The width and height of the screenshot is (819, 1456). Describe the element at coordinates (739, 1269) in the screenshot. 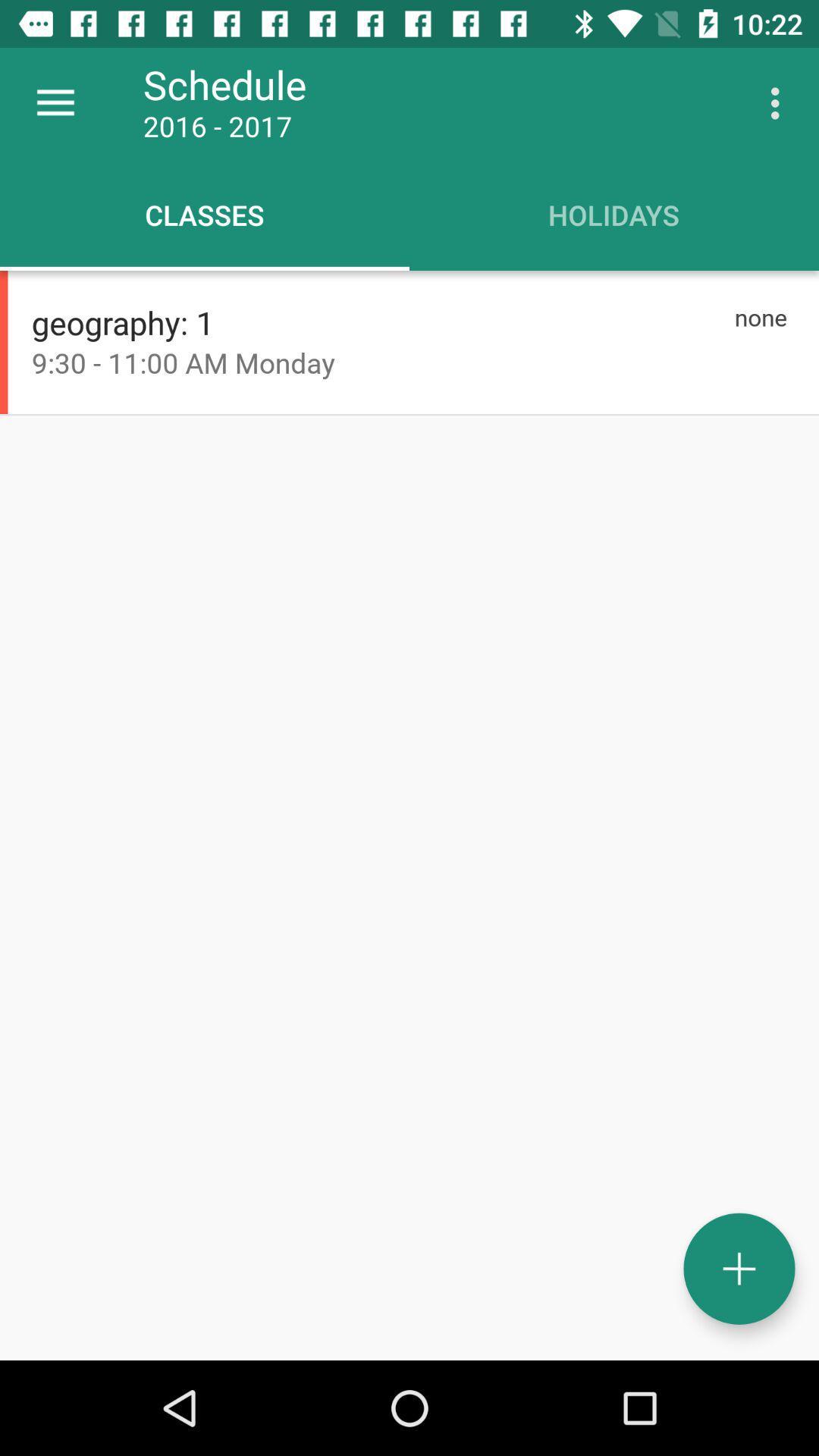

I see `icon at the bottom right corner` at that location.